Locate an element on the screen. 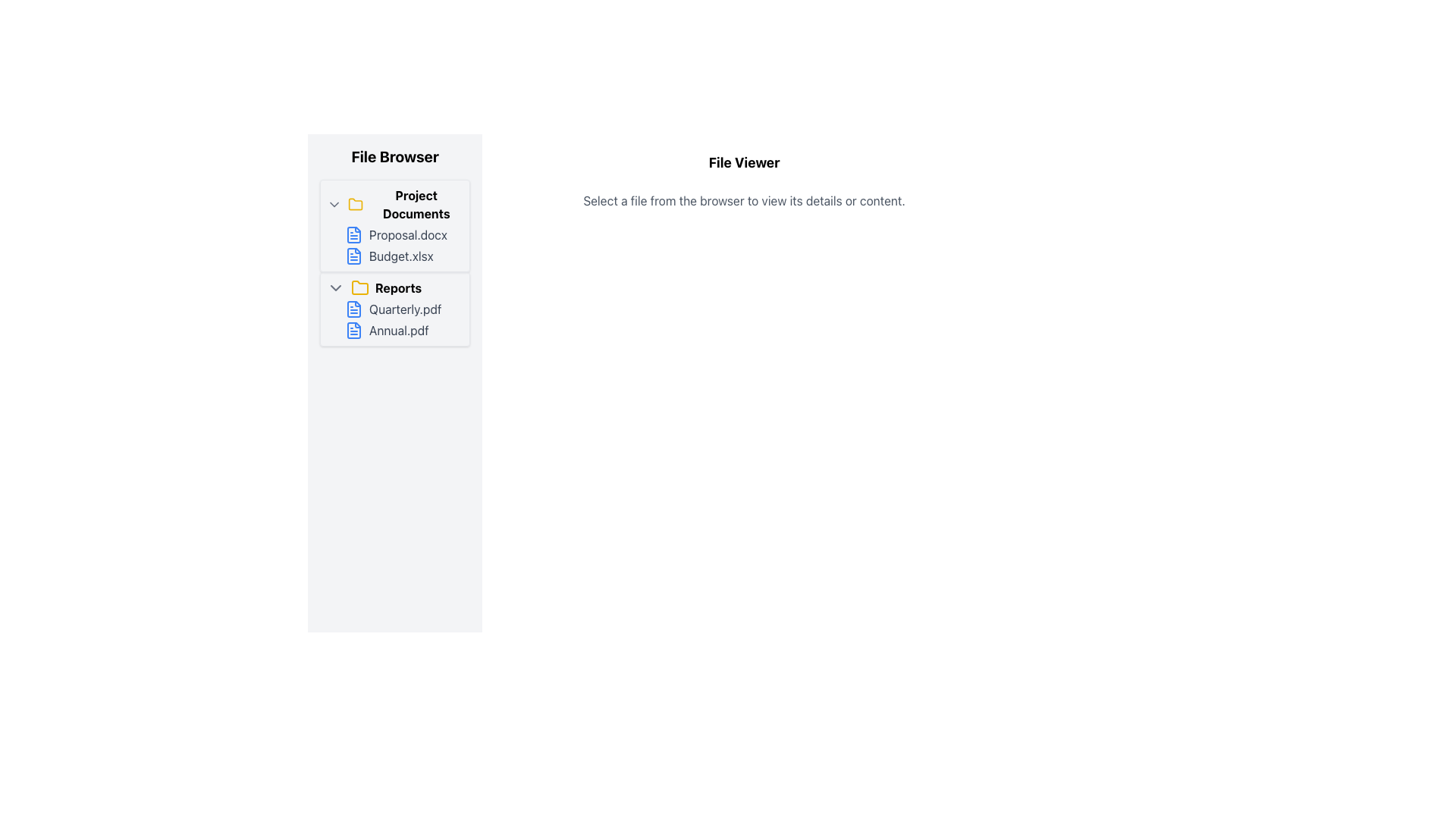  the 'Annual.pdf' file entry is located at coordinates (404, 329).